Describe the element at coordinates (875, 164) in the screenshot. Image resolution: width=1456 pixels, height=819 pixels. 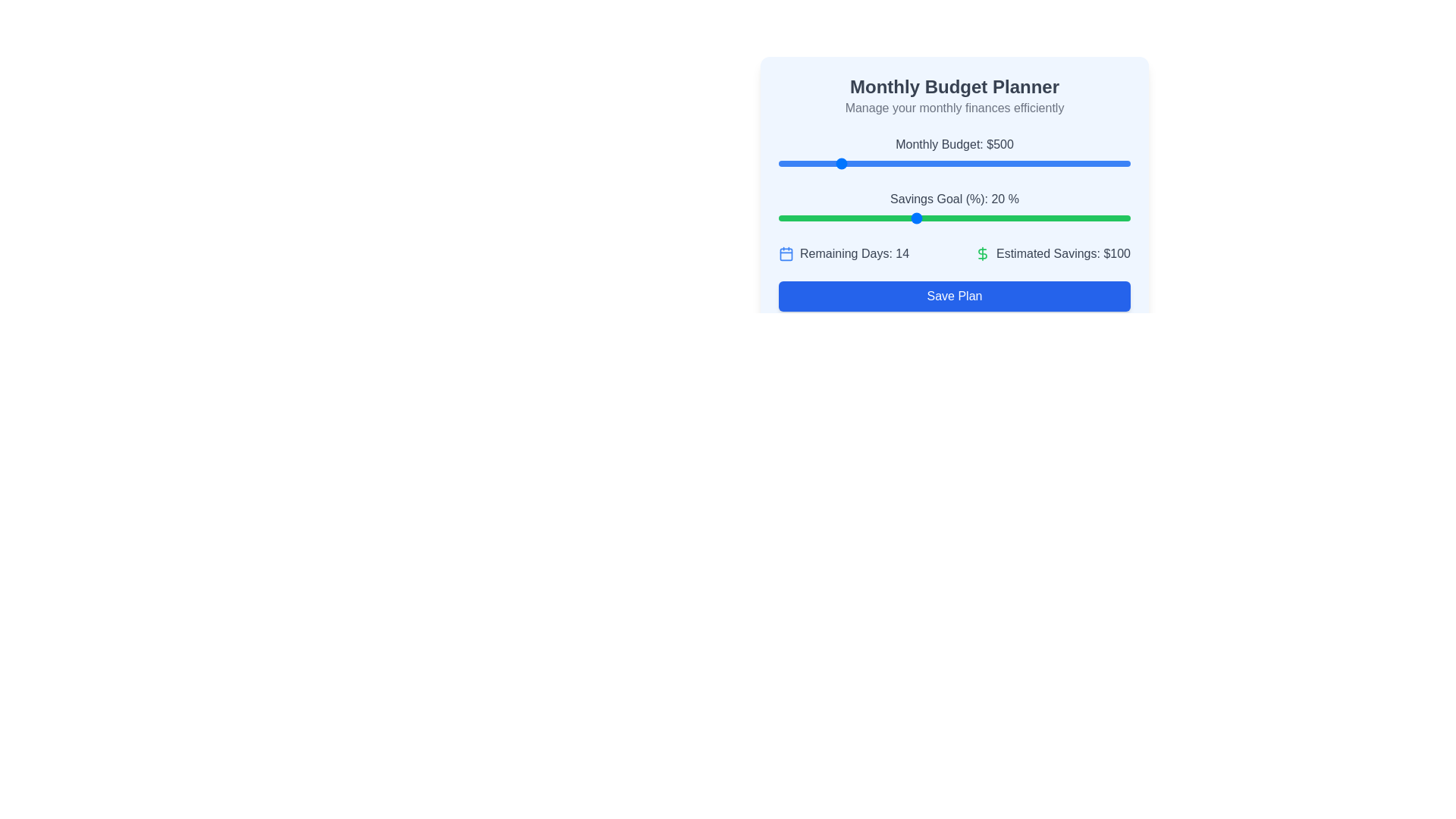
I see `the budget` at that location.